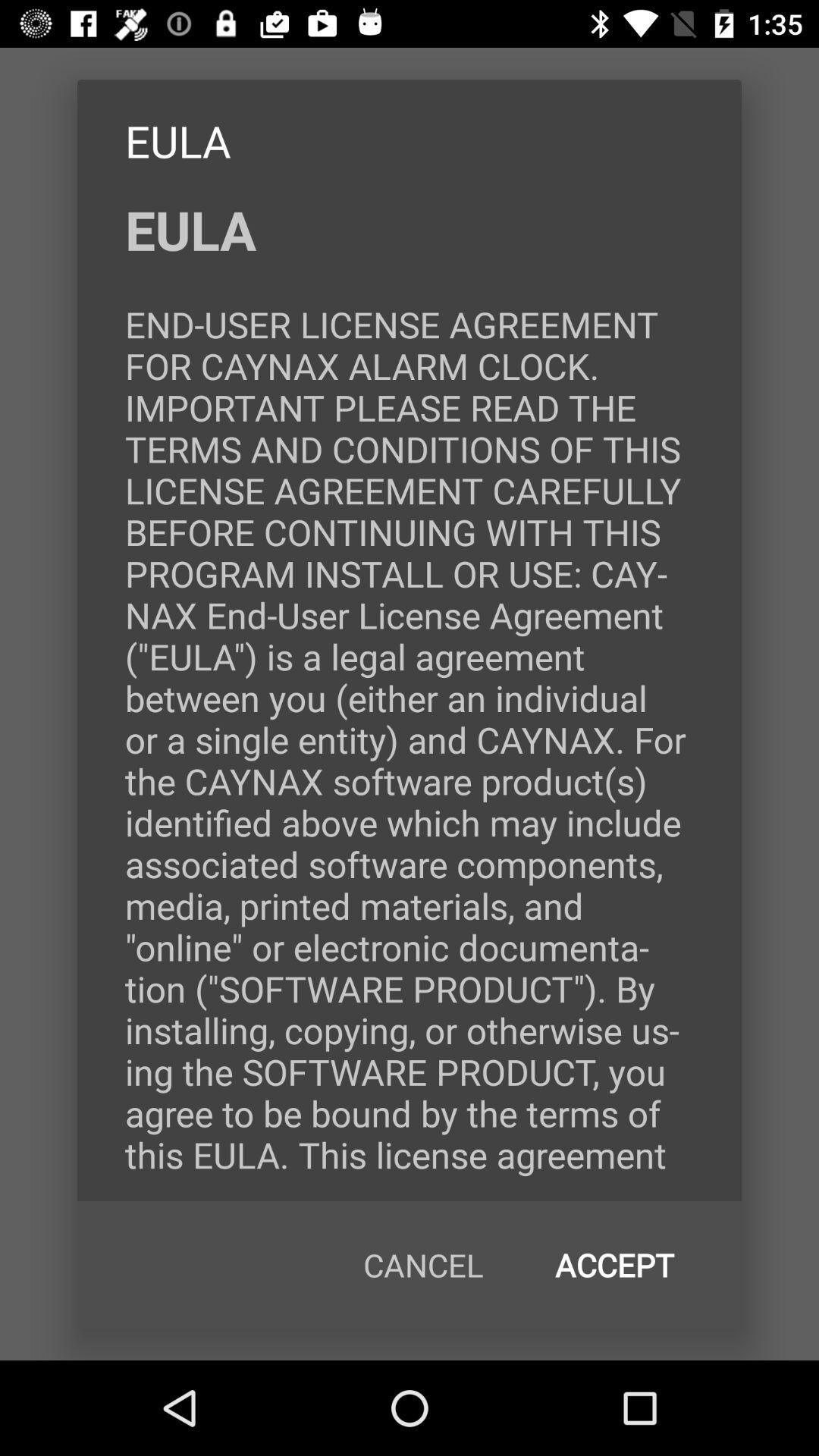 This screenshot has height=1456, width=819. I want to click on accept, so click(614, 1265).